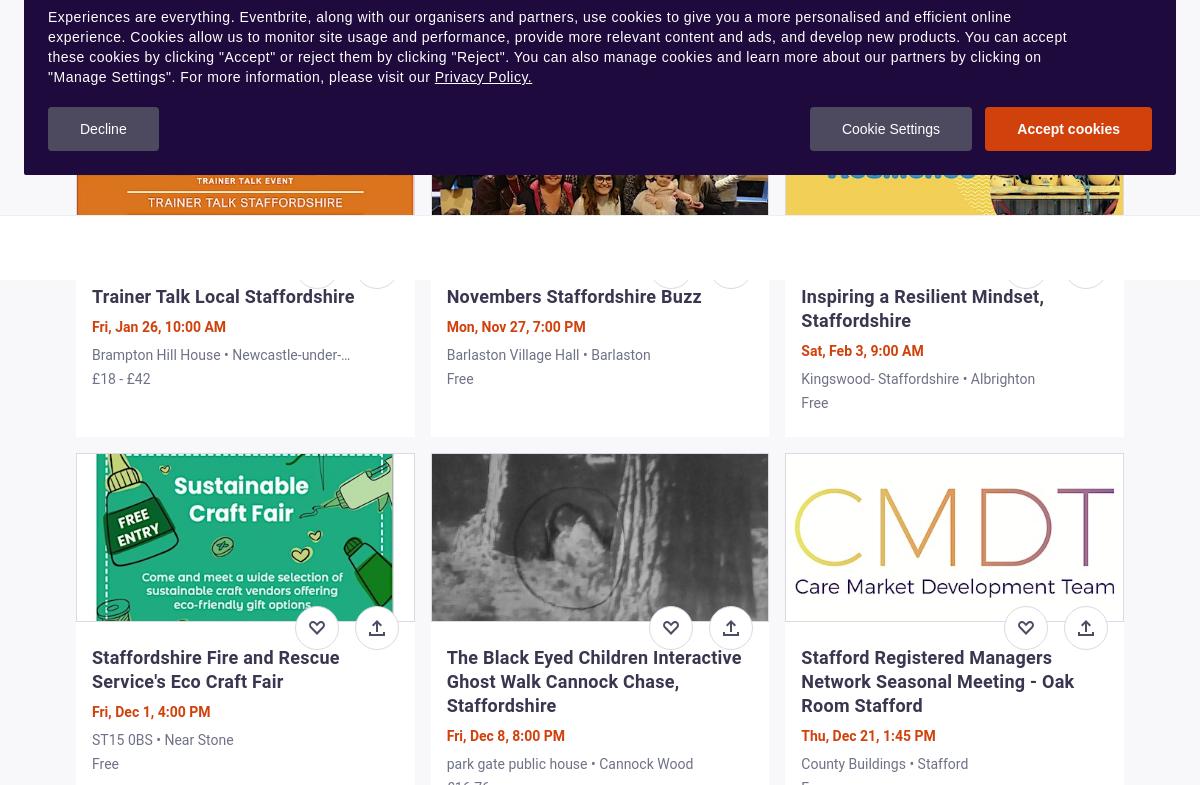 This screenshot has height=785, width=1200. Describe the element at coordinates (446, 294) in the screenshot. I see `'Novembers Staffordshire Buzz'` at that location.